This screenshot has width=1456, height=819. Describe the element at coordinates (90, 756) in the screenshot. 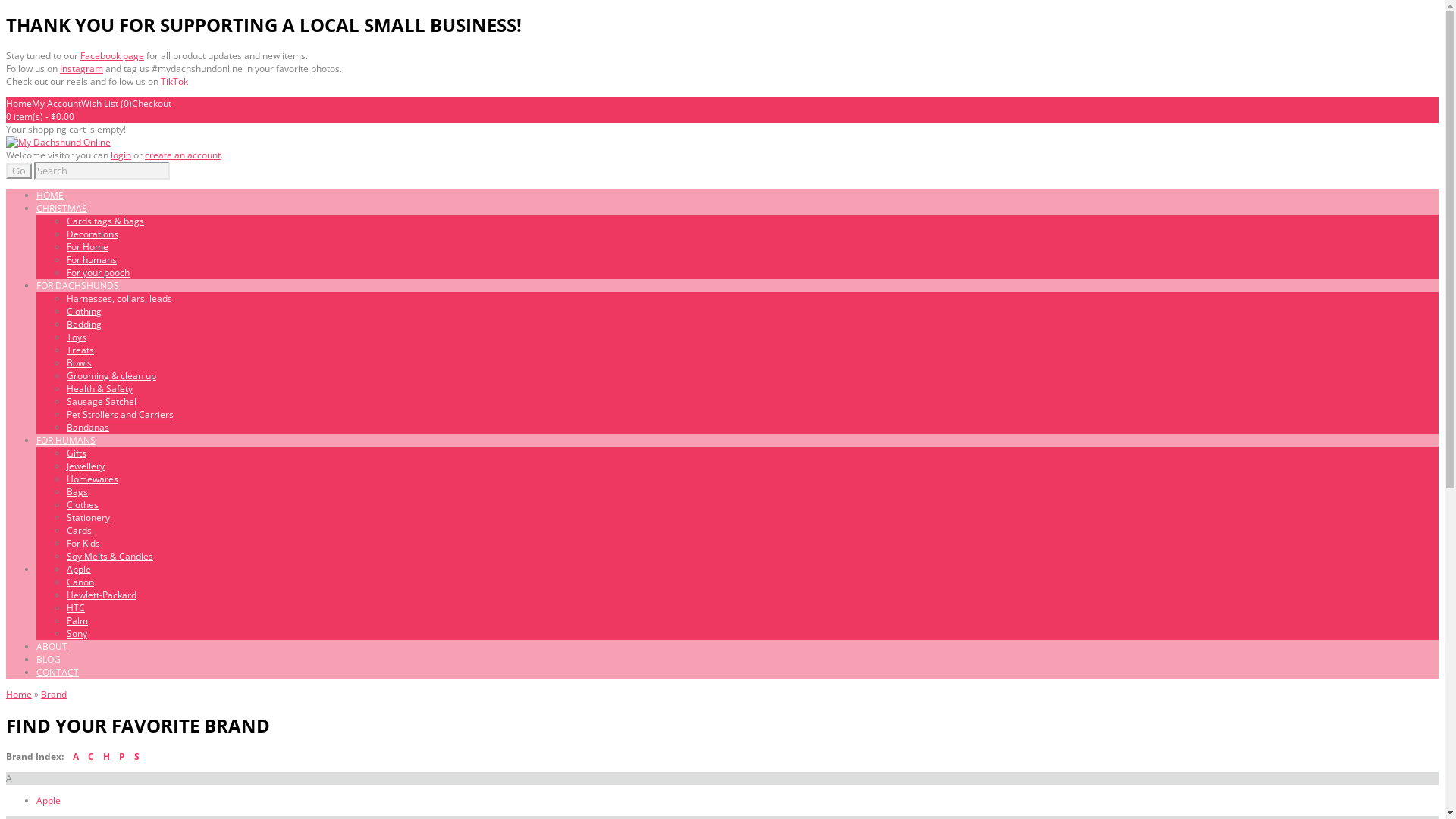

I see `'C'` at that location.